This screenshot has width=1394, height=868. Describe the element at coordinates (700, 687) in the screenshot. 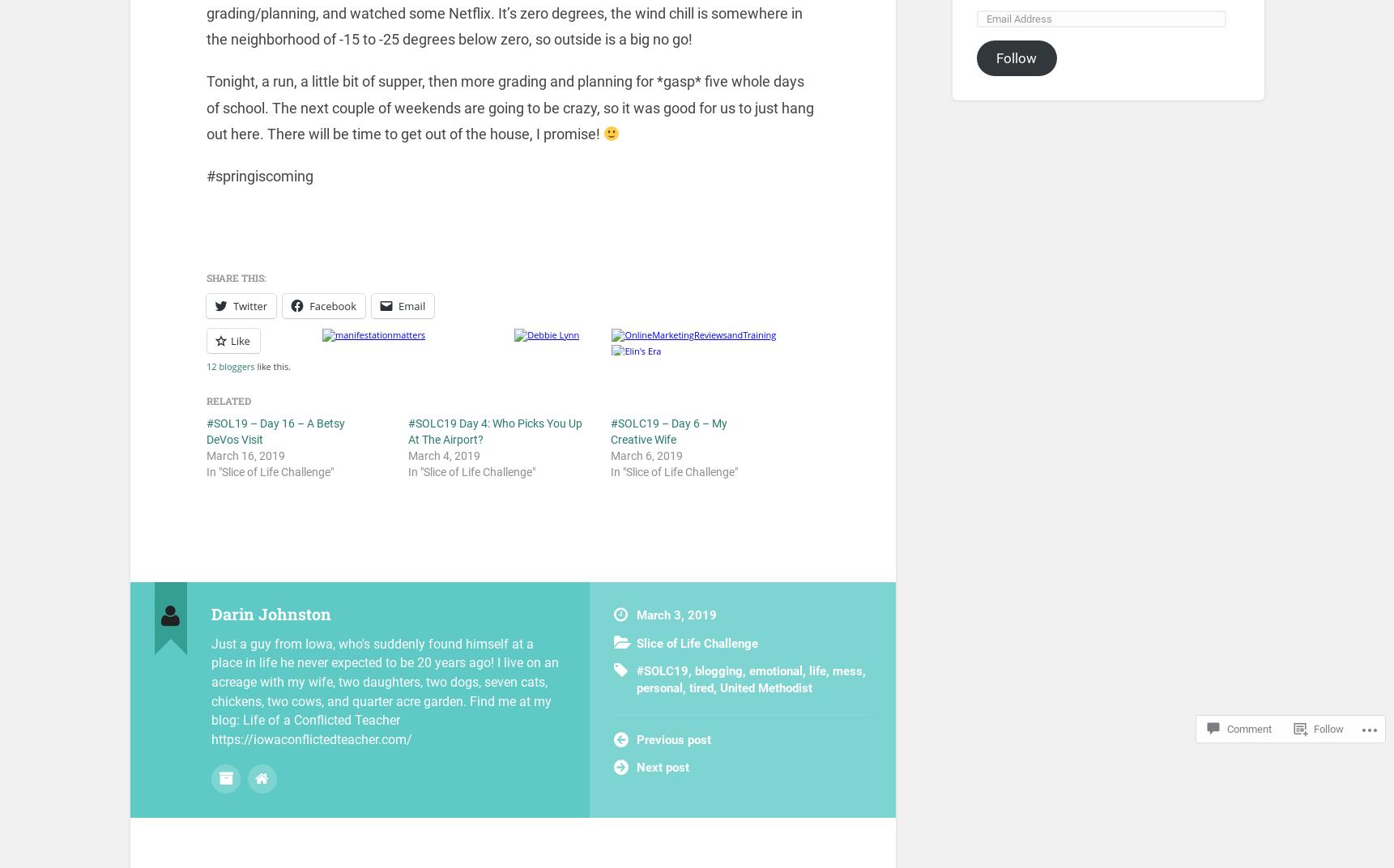

I see `'tired'` at that location.